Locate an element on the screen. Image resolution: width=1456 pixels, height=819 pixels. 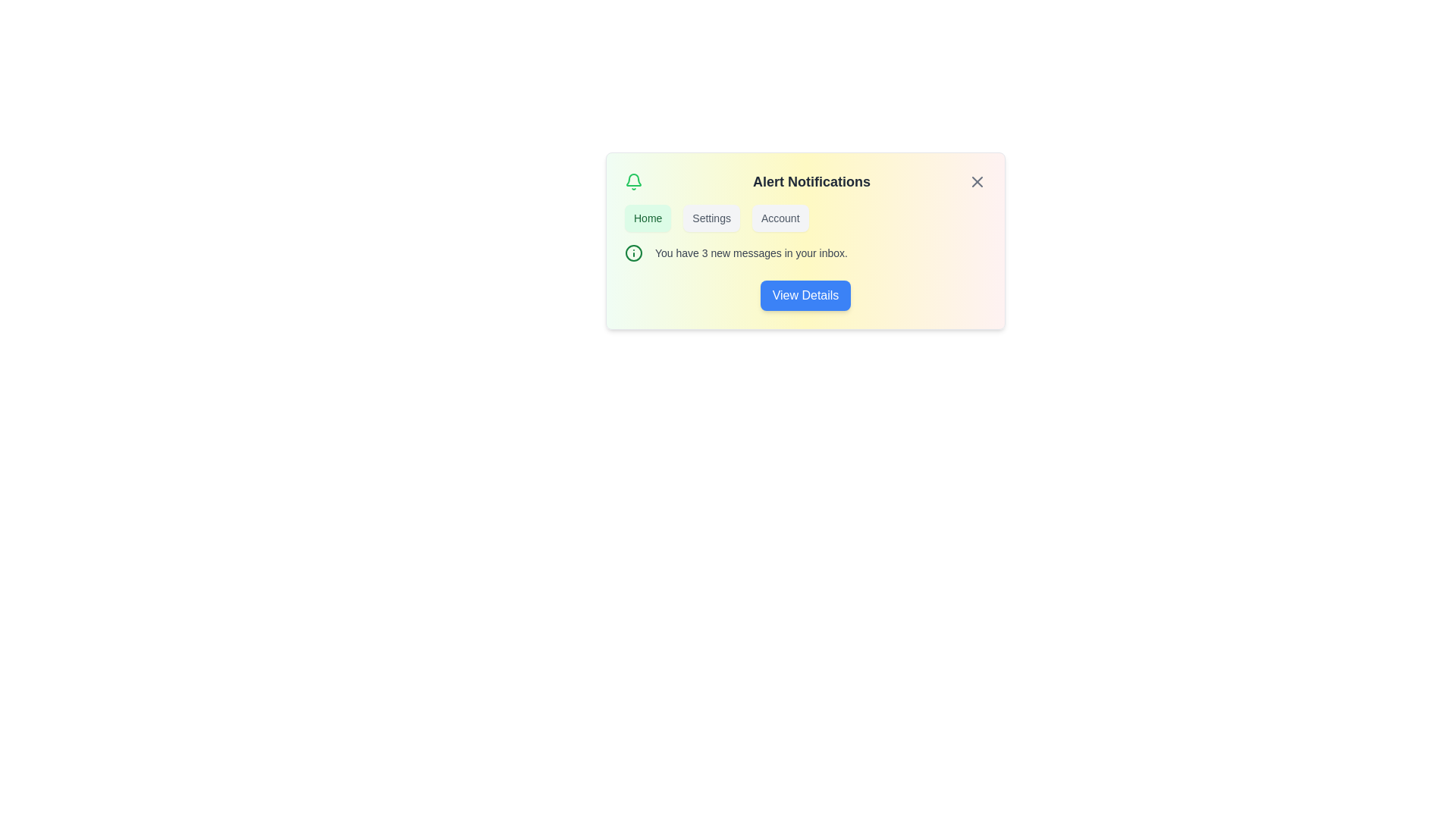
the Account tab is located at coordinates (780, 218).